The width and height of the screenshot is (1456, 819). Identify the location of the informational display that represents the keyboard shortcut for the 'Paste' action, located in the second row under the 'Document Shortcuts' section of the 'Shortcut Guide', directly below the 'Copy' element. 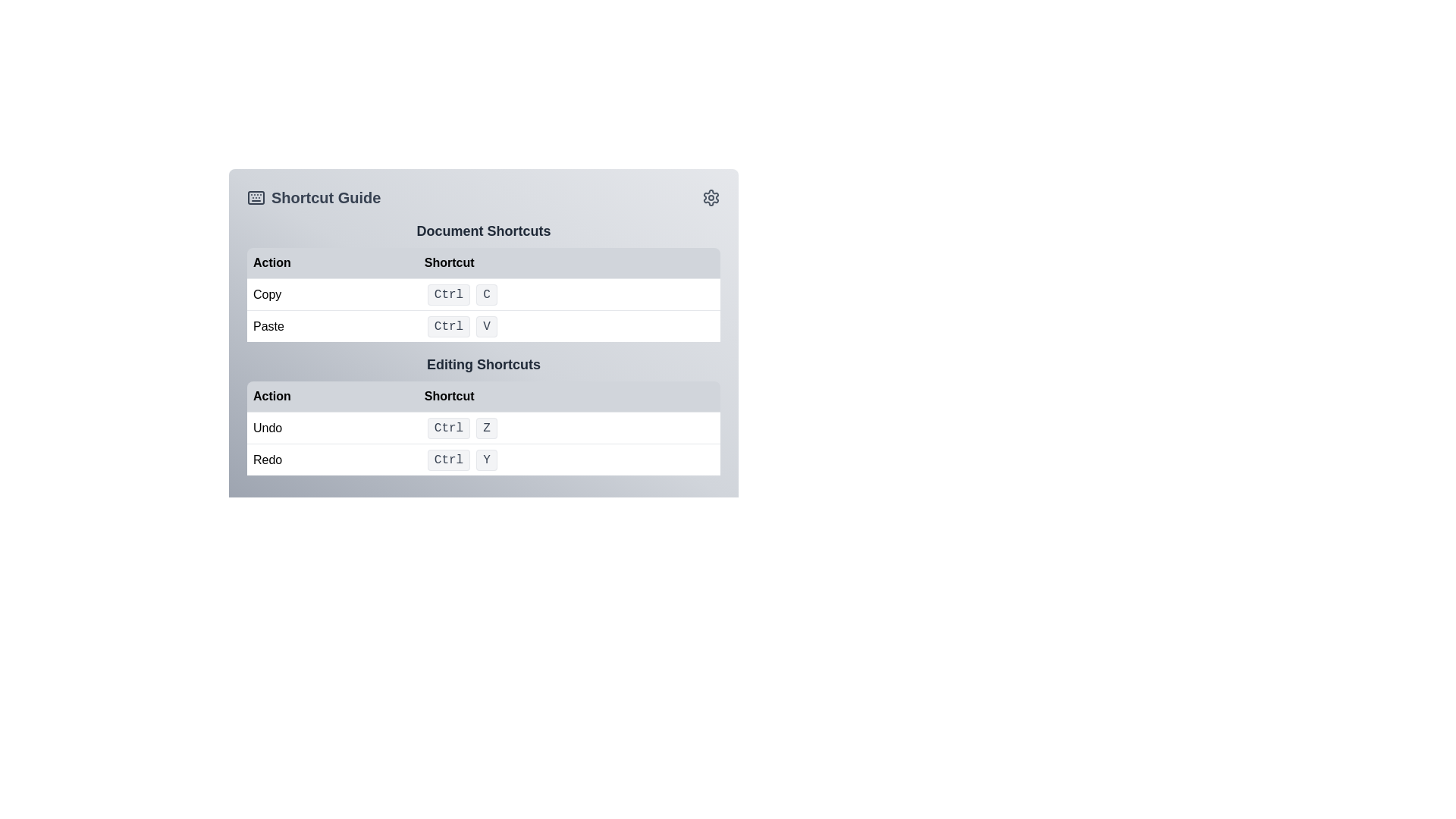
(483, 325).